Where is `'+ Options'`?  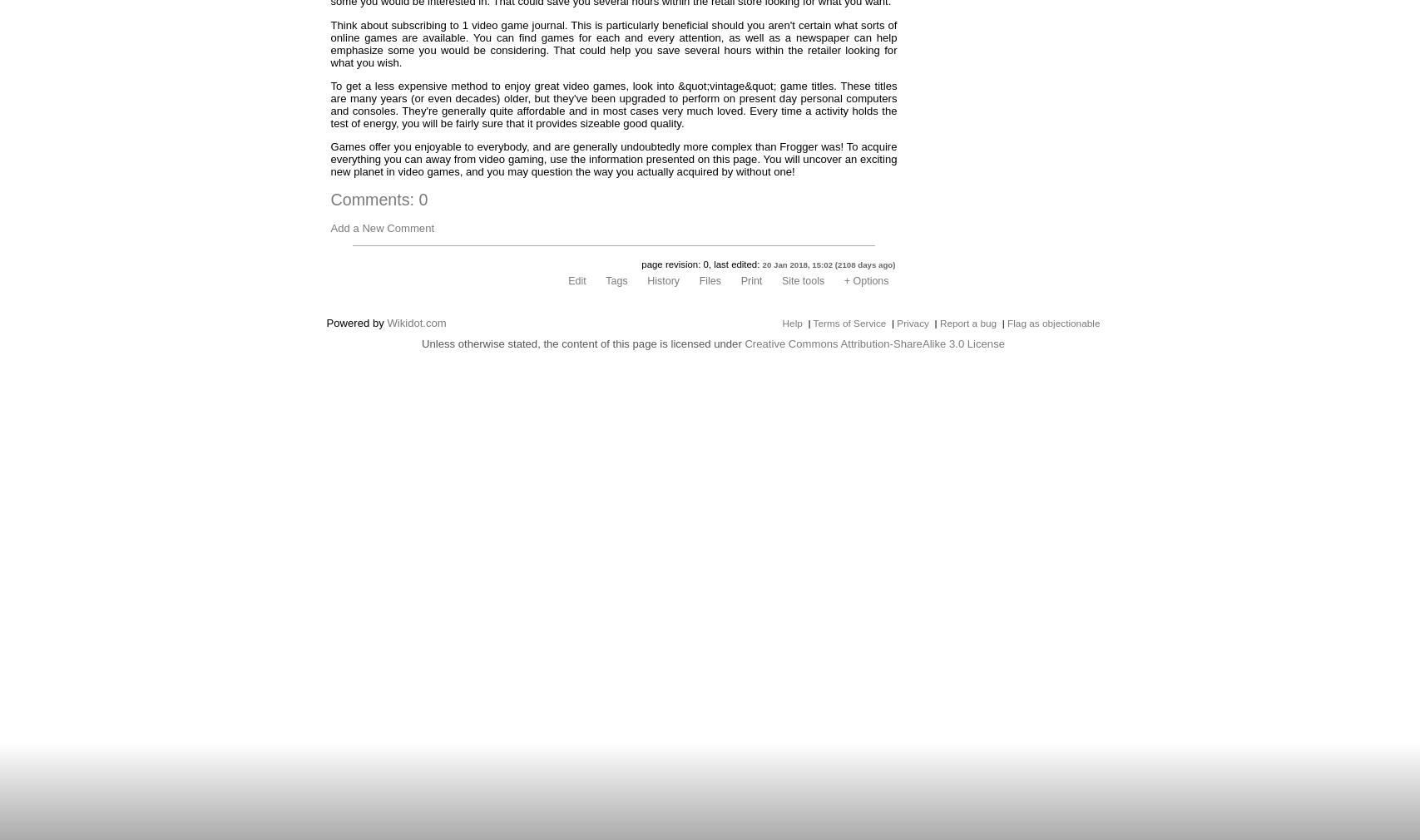 '+ Options' is located at coordinates (864, 280).